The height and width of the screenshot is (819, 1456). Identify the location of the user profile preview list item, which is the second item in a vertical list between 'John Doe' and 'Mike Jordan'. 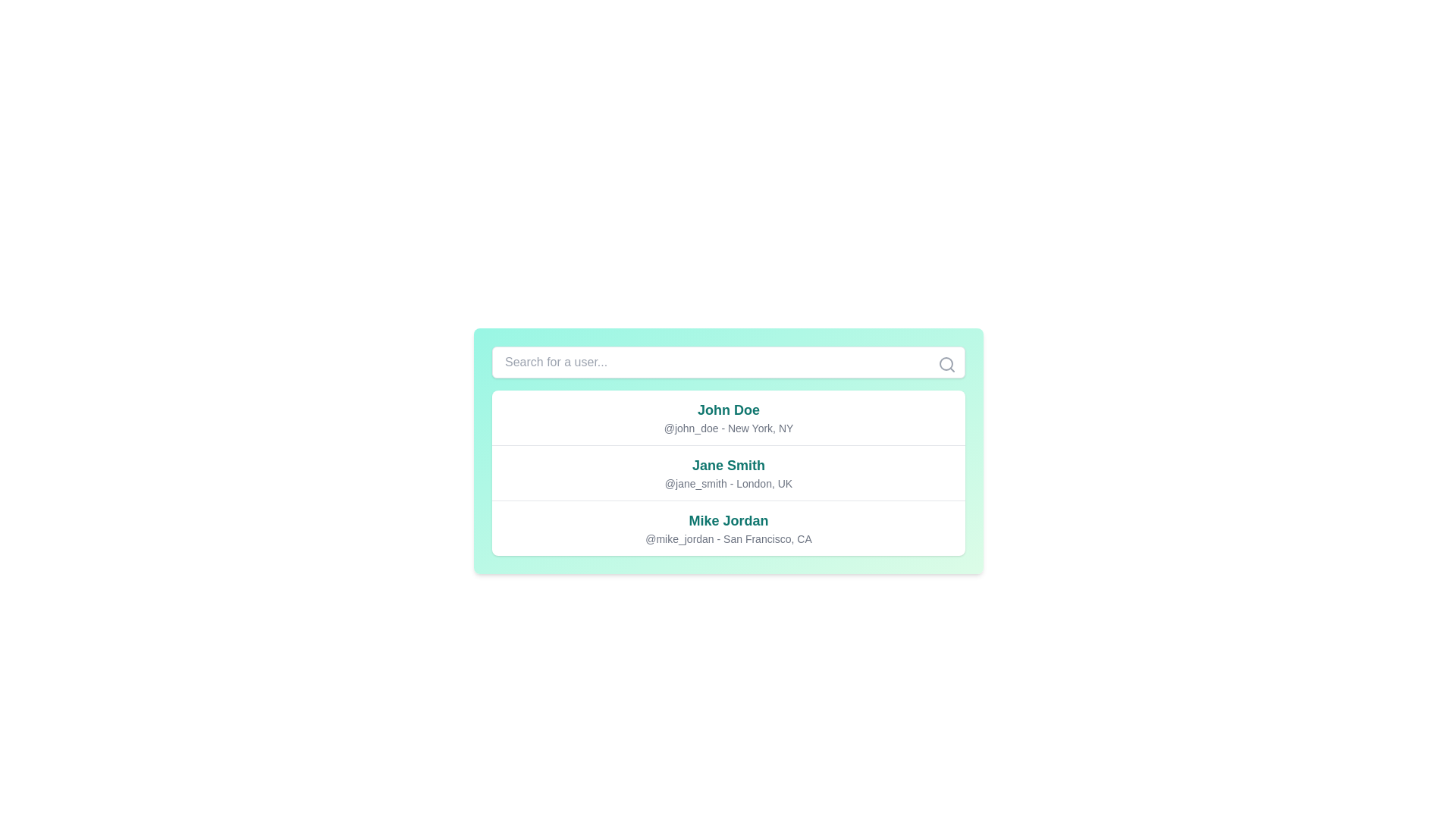
(728, 472).